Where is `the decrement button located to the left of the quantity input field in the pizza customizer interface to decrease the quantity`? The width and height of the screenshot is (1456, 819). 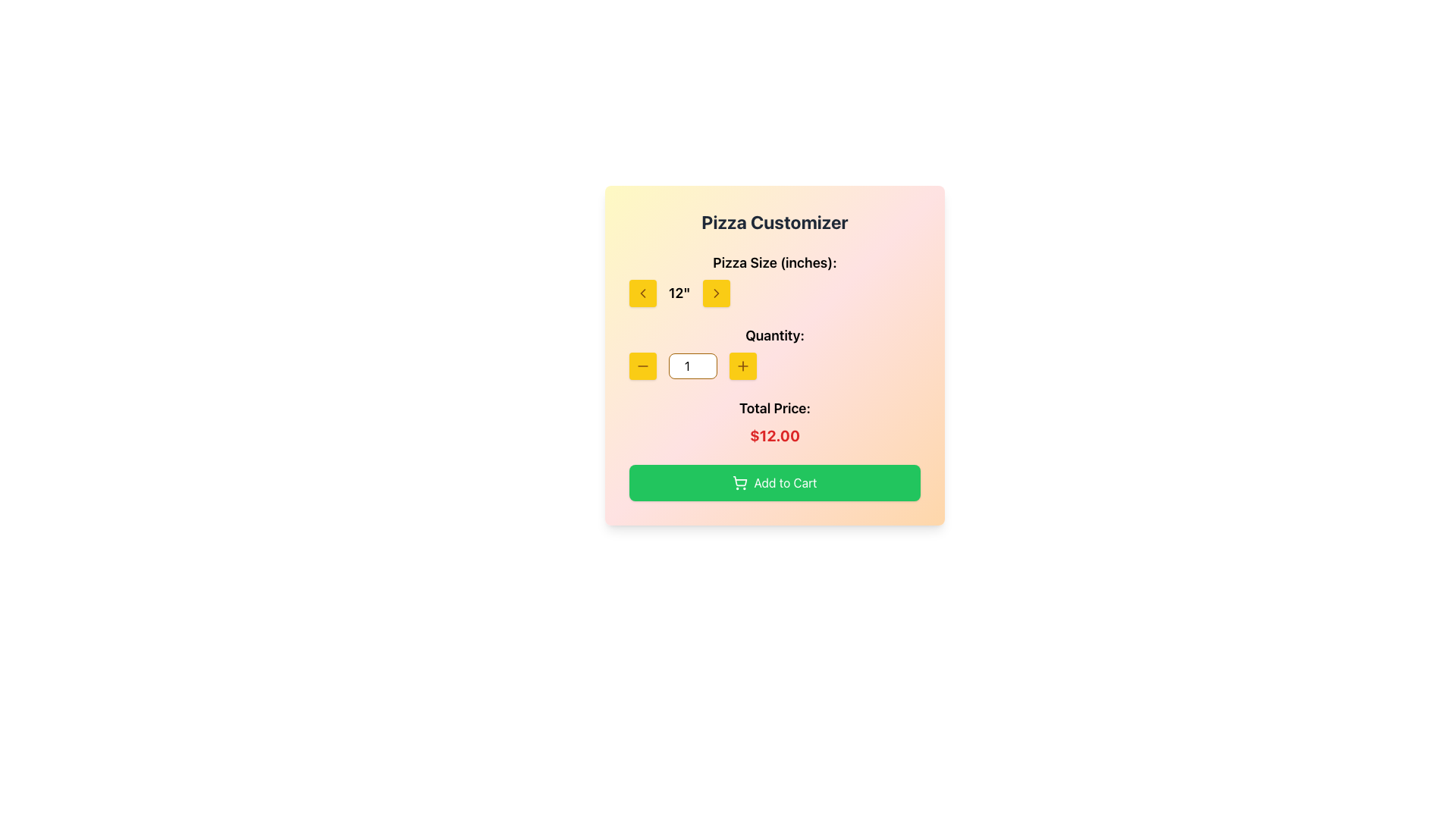 the decrement button located to the left of the quantity input field in the pizza customizer interface to decrease the quantity is located at coordinates (643, 366).